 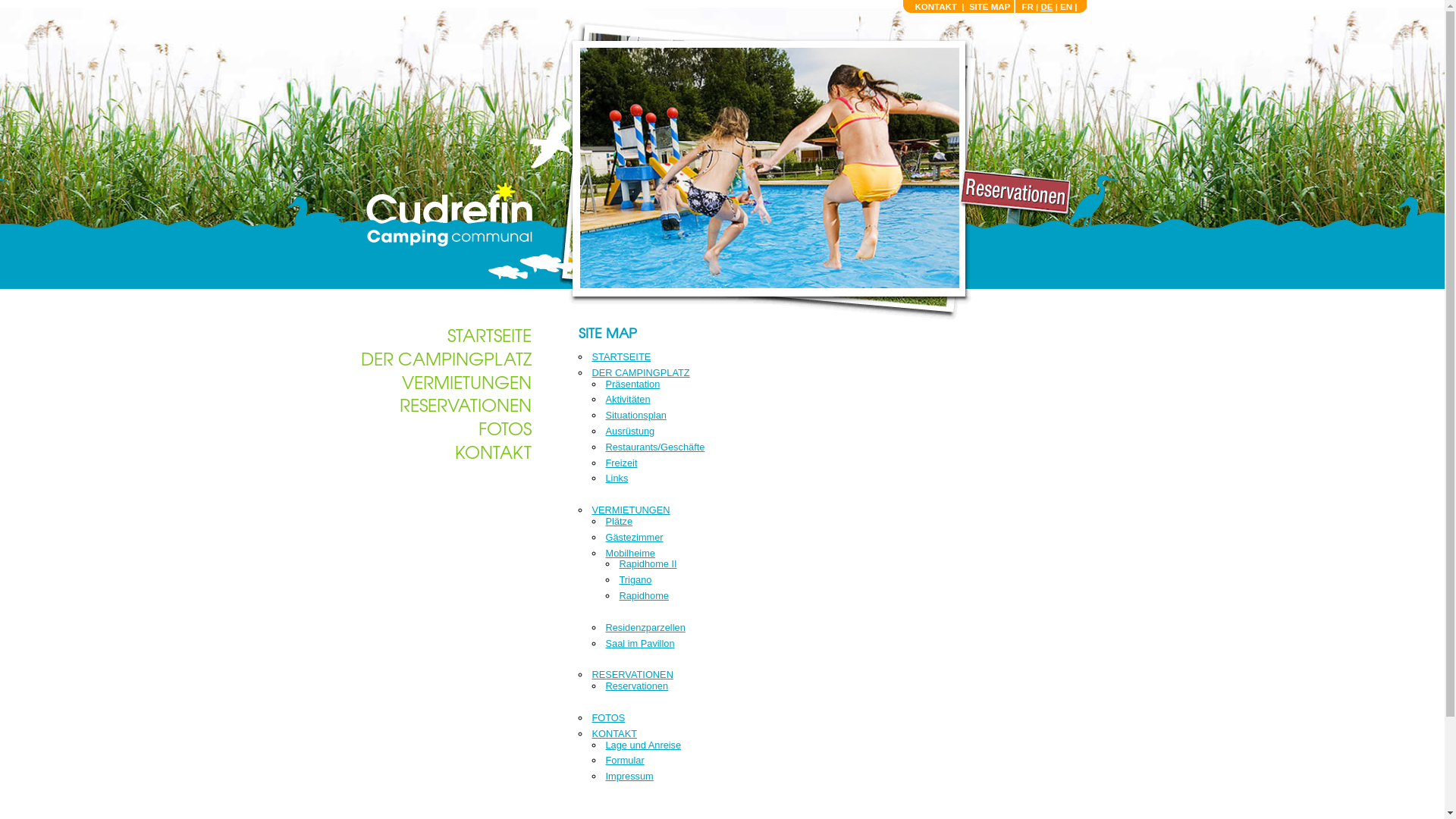 What do you see at coordinates (590, 733) in the screenshot?
I see `'KONTAKT'` at bounding box center [590, 733].